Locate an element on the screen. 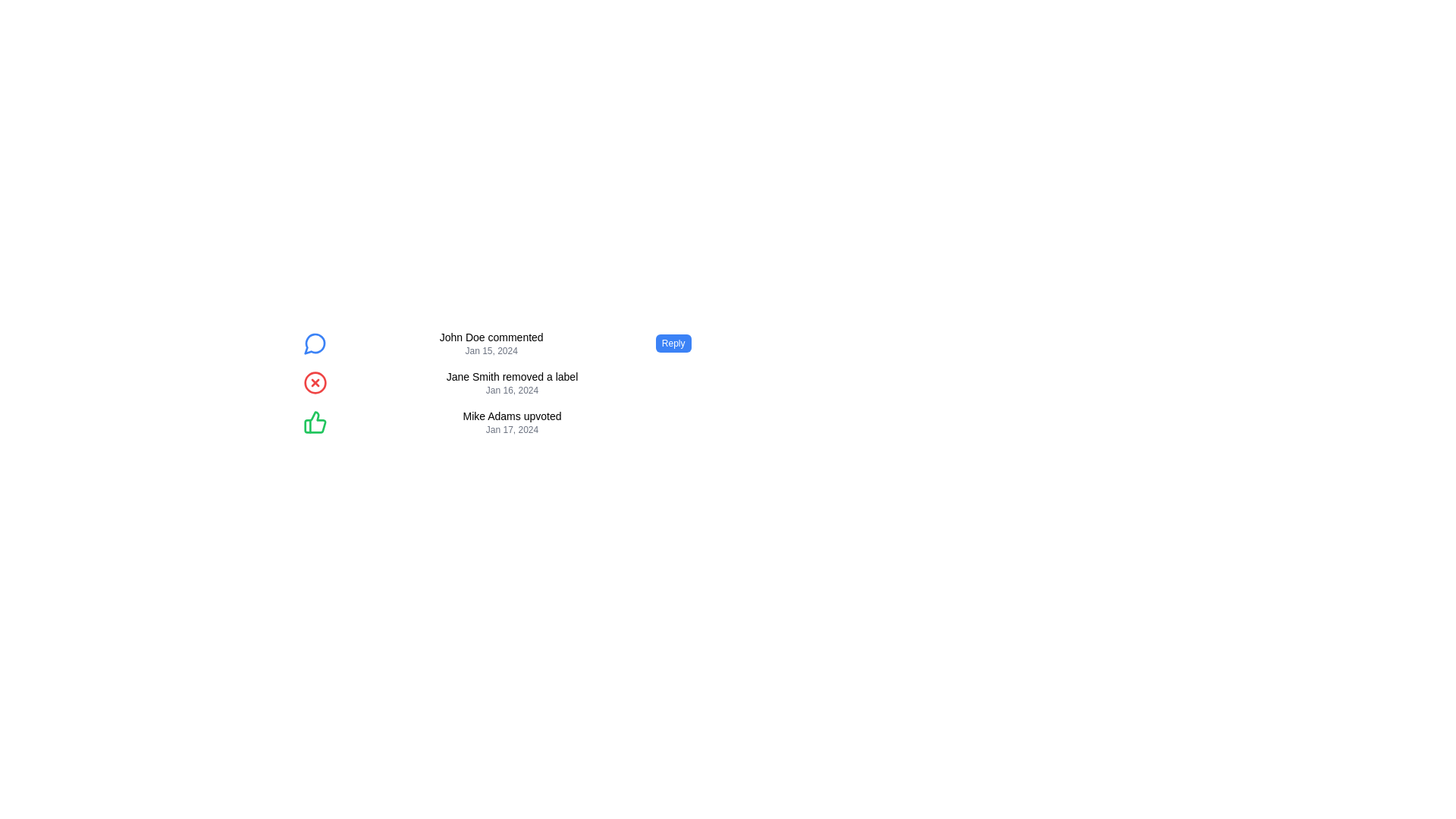 Image resolution: width=1456 pixels, height=819 pixels. the second text label element in the activity list indicating label removal by 'Jane Smith', positioned between 'John Doe commented Jan 15, 2024' and 'Mike Adams upvoted Jan 17, 2024' is located at coordinates (512, 382).